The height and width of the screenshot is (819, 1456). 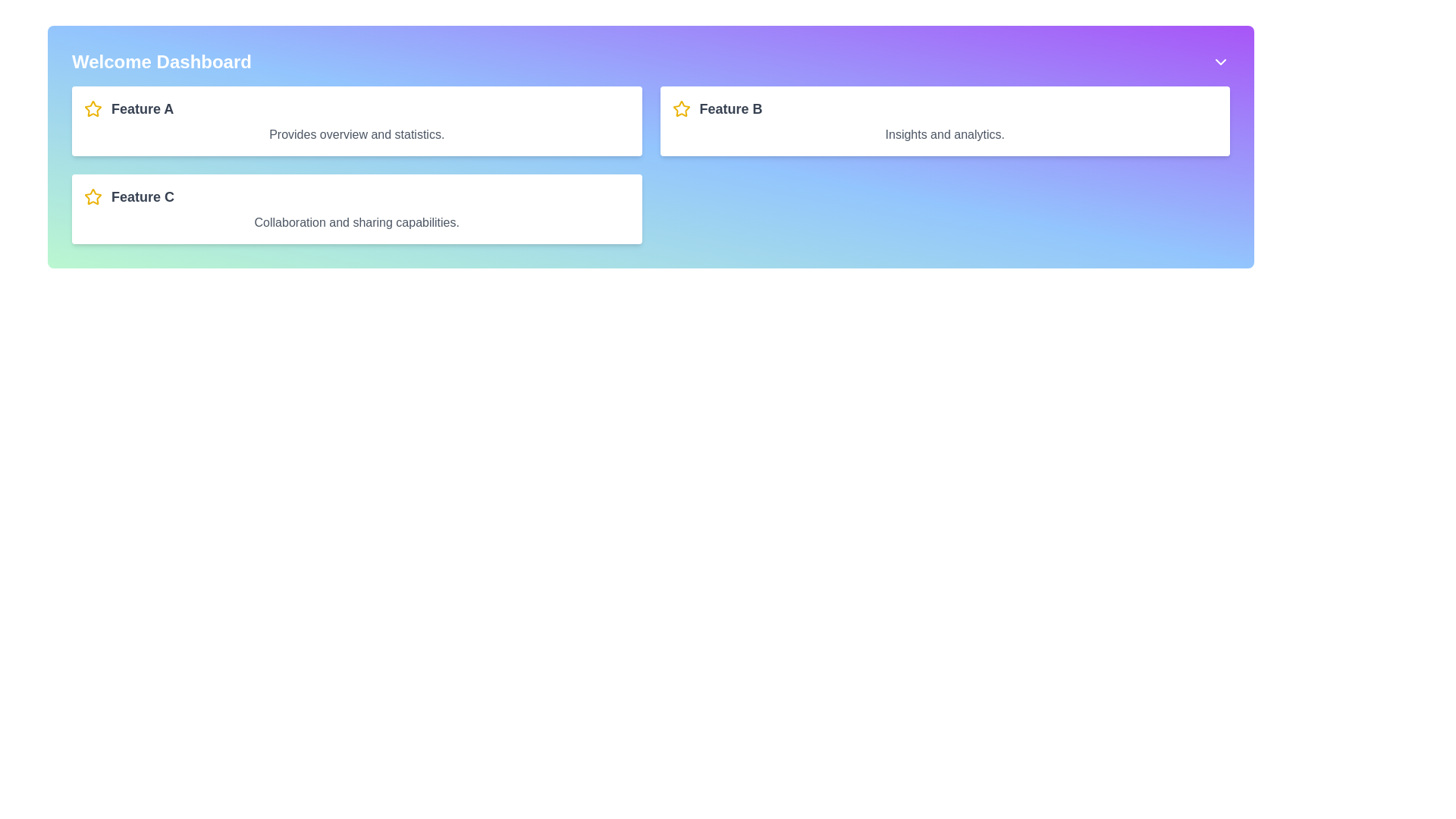 What do you see at coordinates (680, 108) in the screenshot?
I see `the star icon that marks the importance of 'Feature B'` at bounding box center [680, 108].